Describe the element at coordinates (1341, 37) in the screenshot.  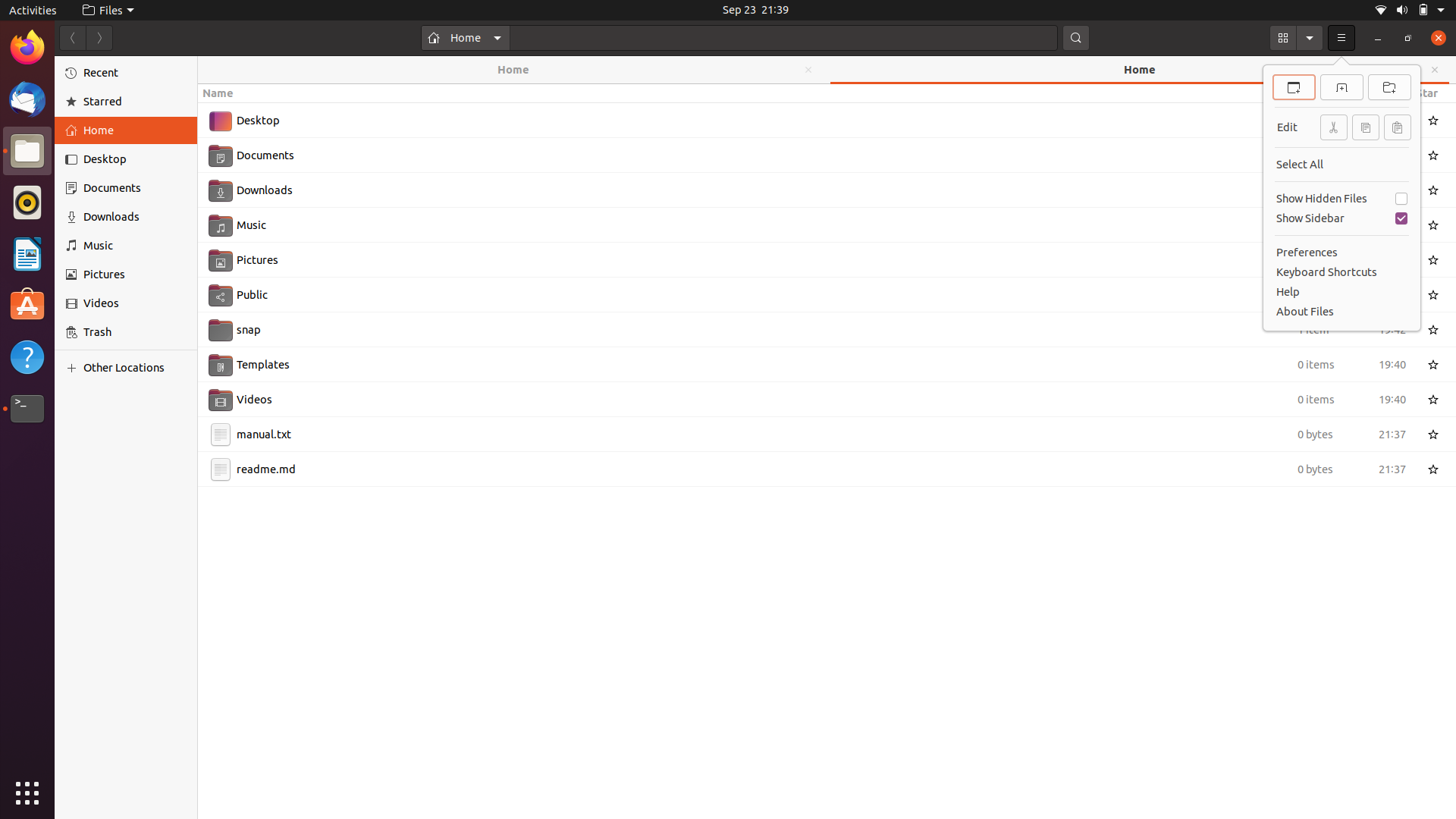
I see `the second option in the dropdown menu using a combination of mouse click and keystrokes` at that location.